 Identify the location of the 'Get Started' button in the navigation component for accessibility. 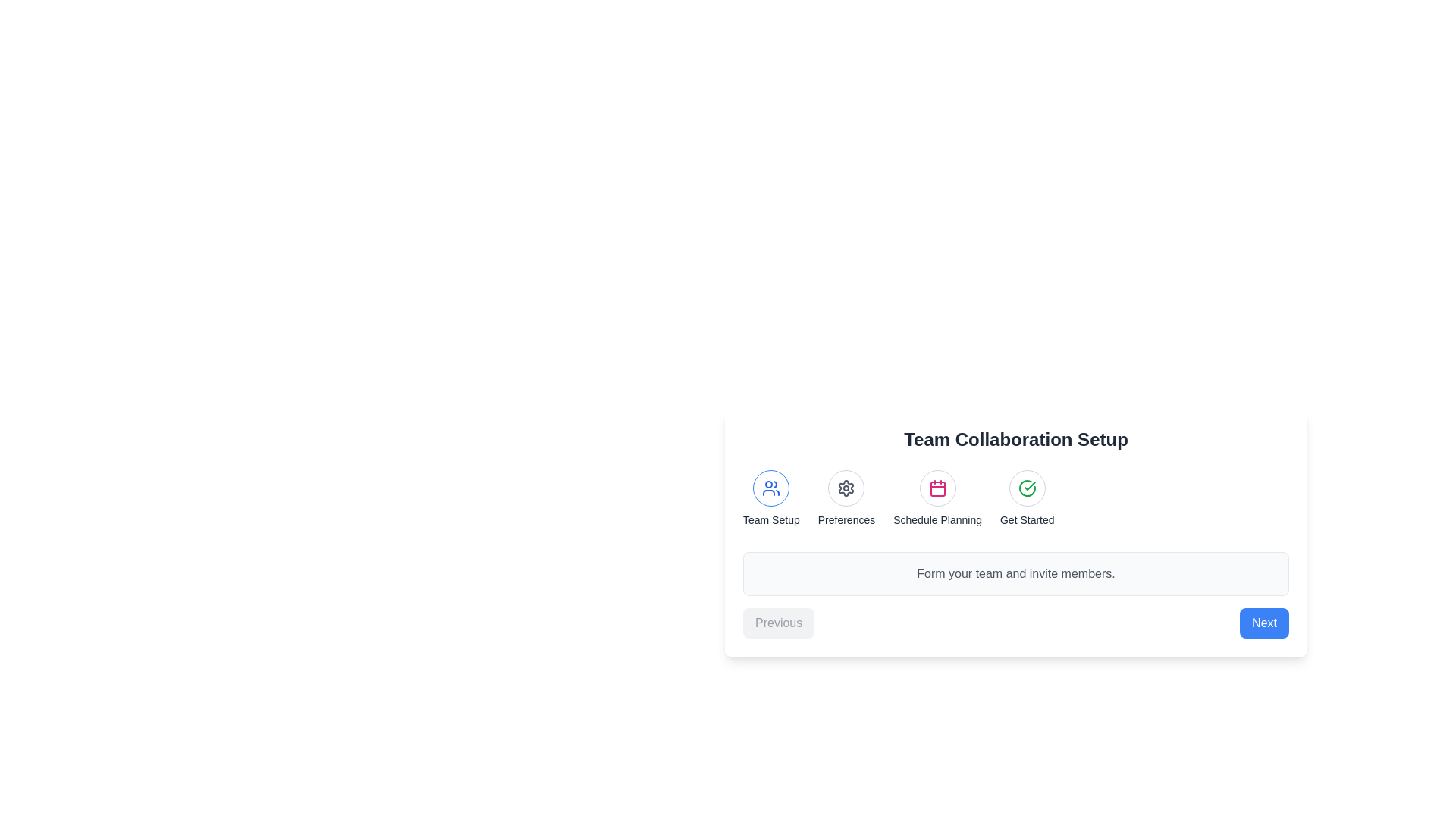
(1015, 532).